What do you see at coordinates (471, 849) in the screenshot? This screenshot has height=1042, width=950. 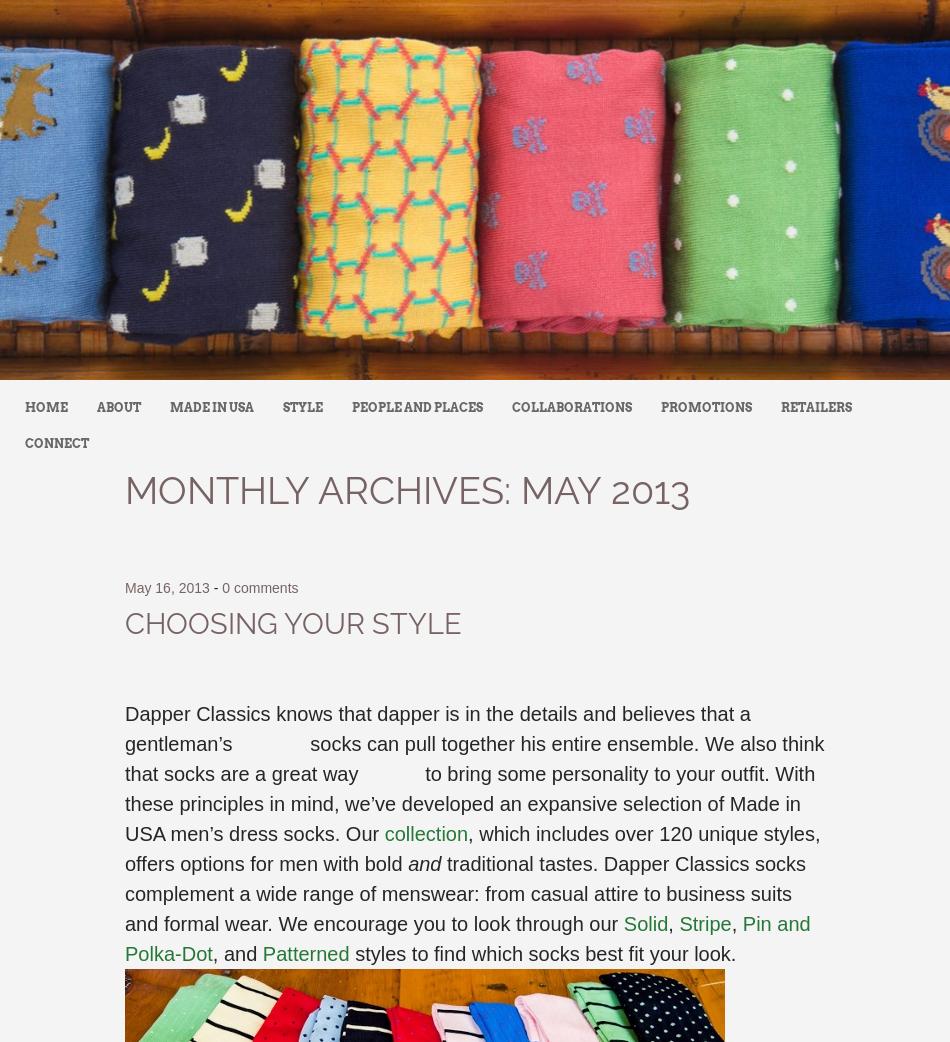 I see `', which includes over 120 unique styles, offers options for men with bold'` at bounding box center [471, 849].